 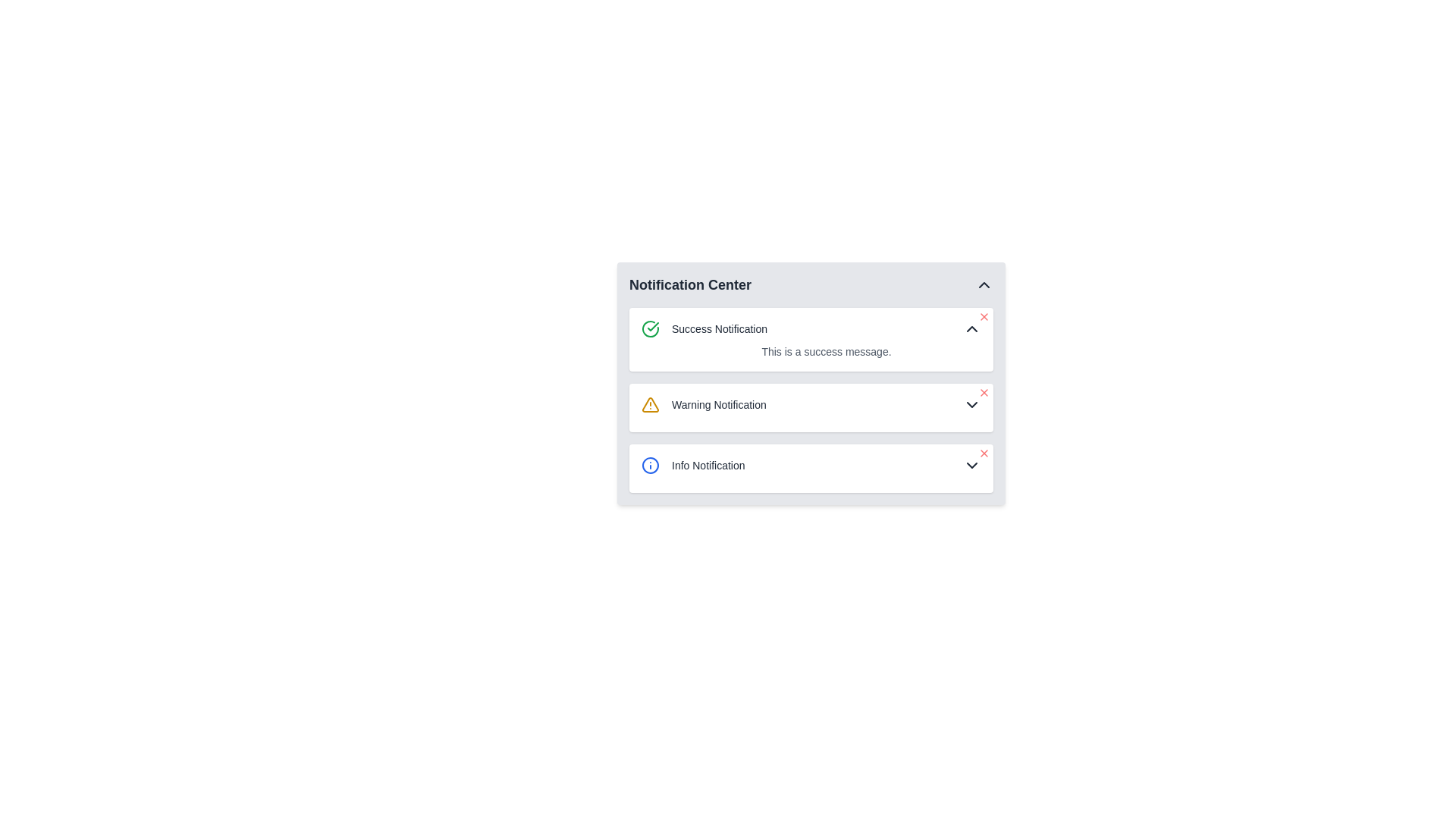 I want to click on the green success icon located within the 'Success Notification' entry in the Notification Center, positioned to the left of the notification title text, so click(x=653, y=326).